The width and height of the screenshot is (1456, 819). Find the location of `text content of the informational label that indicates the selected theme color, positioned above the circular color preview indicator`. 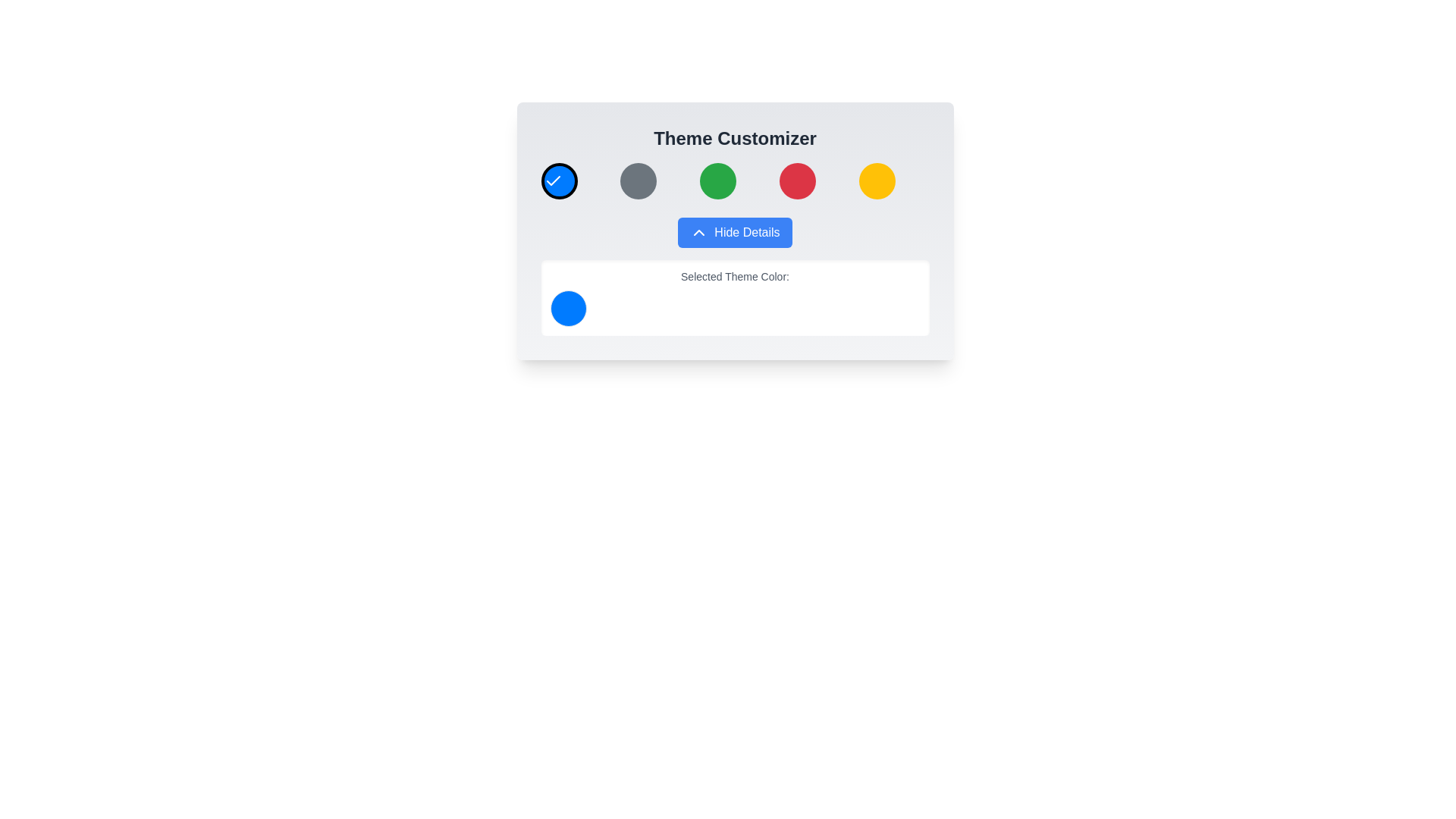

text content of the informational label that indicates the selected theme color, positioned above the circular color preview indicator is located at coordinates (735, 277).